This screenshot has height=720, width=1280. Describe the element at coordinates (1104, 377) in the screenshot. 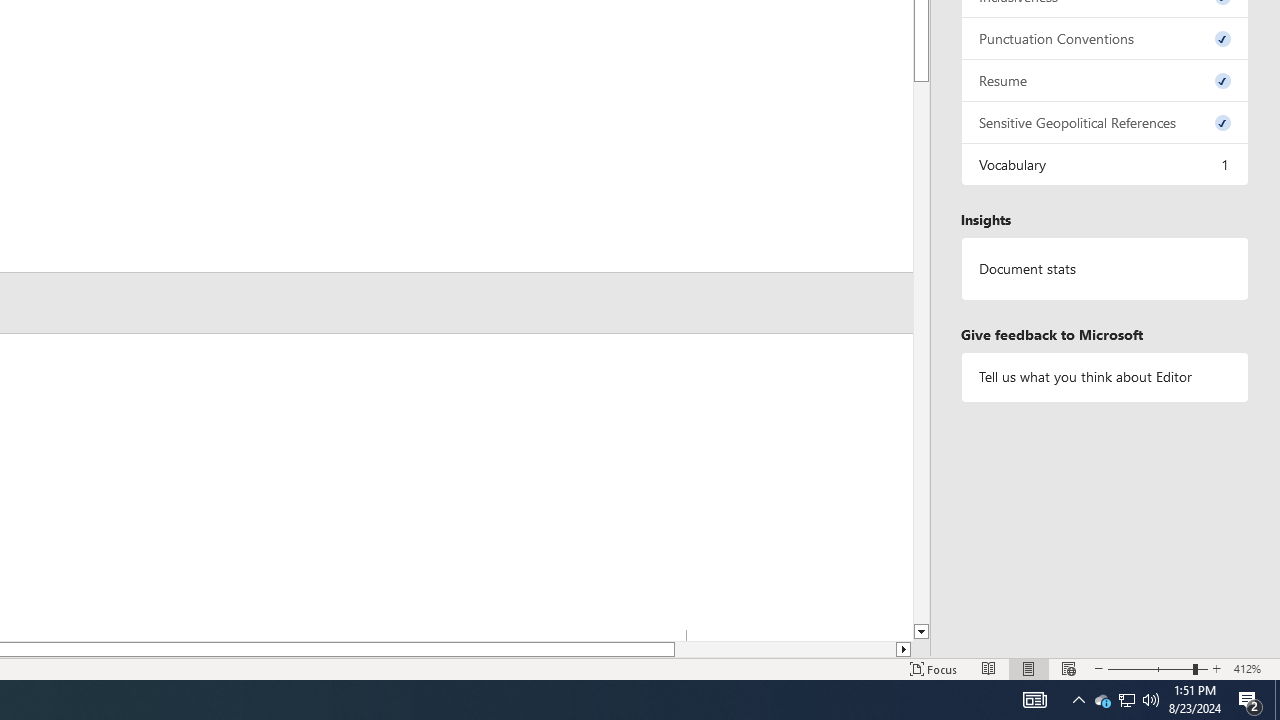

I see `'Tell us what you think about Editor'` at that location.